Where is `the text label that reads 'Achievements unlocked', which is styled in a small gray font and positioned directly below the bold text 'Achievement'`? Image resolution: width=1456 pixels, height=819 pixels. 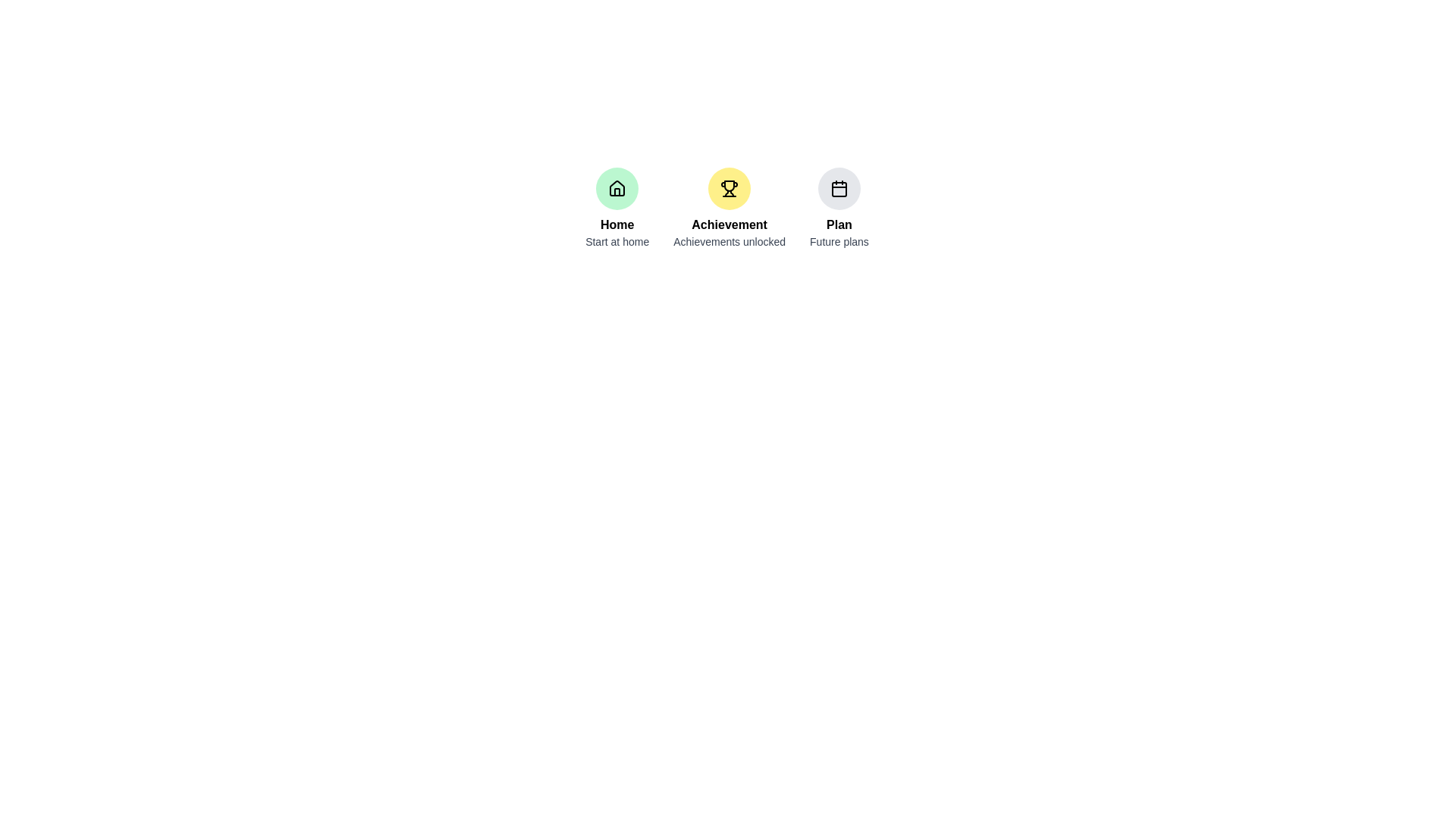 the text label that reads 'Achievements unlocked', which is styled in a small gray font and positioned directly below the bold text 'Achievement' is located at coordinates (730, 241).